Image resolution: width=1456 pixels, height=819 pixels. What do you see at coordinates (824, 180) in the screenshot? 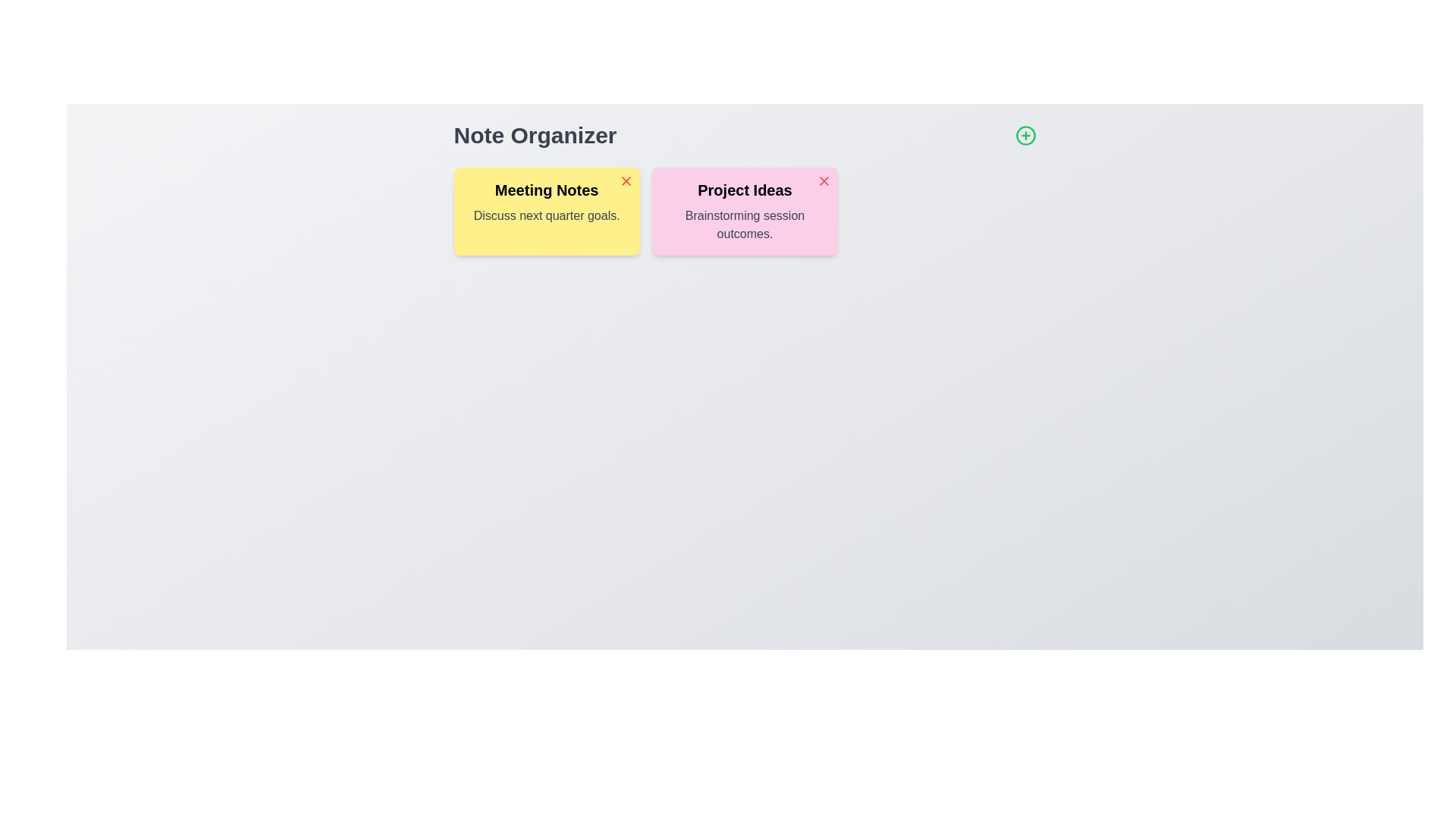
I see `the Close/Delete button located at the top-right corner of the 'Project Ideas' card` at bounding box center [824, 180].